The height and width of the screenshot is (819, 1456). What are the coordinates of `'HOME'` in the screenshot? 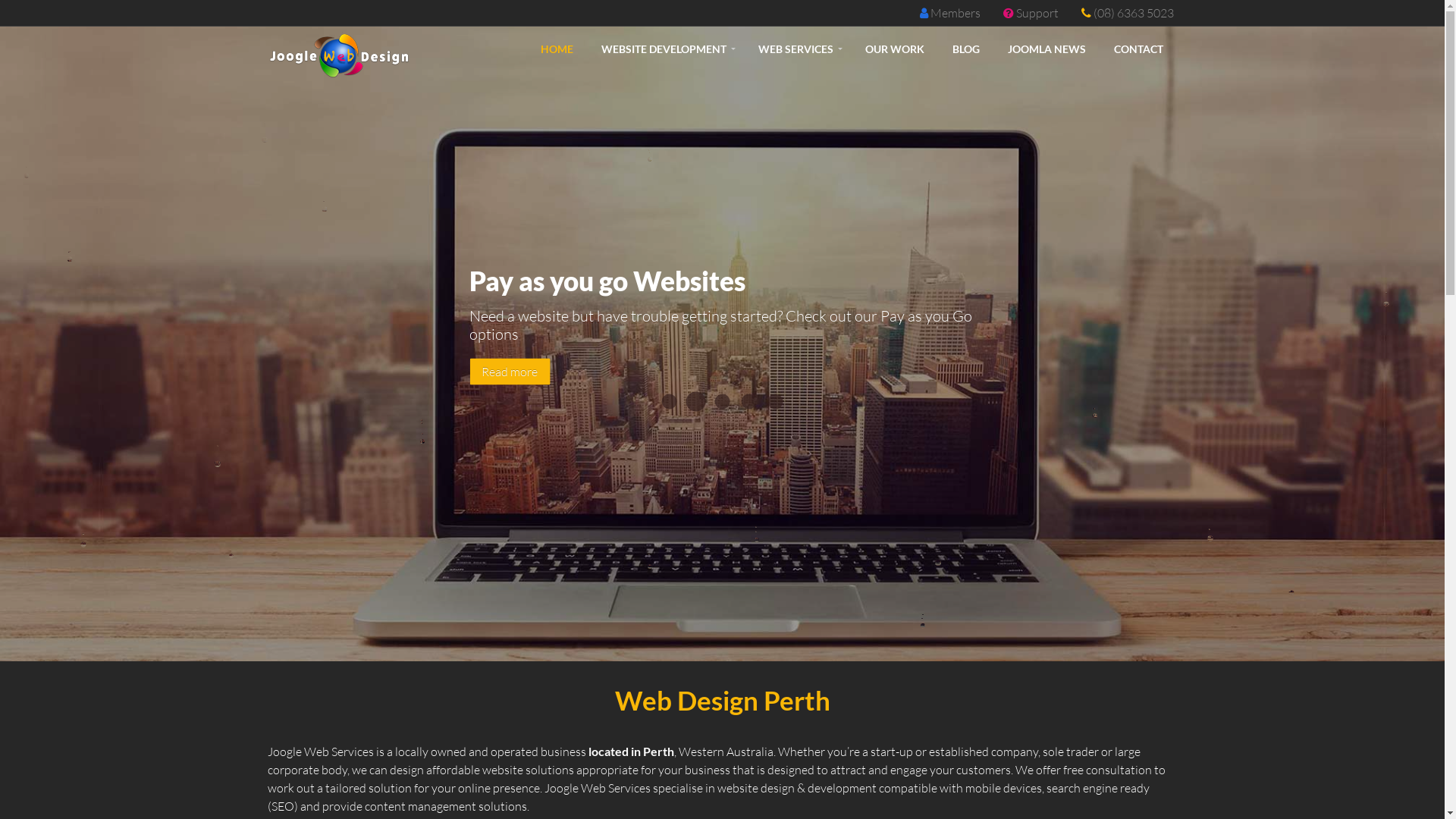 It's located at (555, 49).